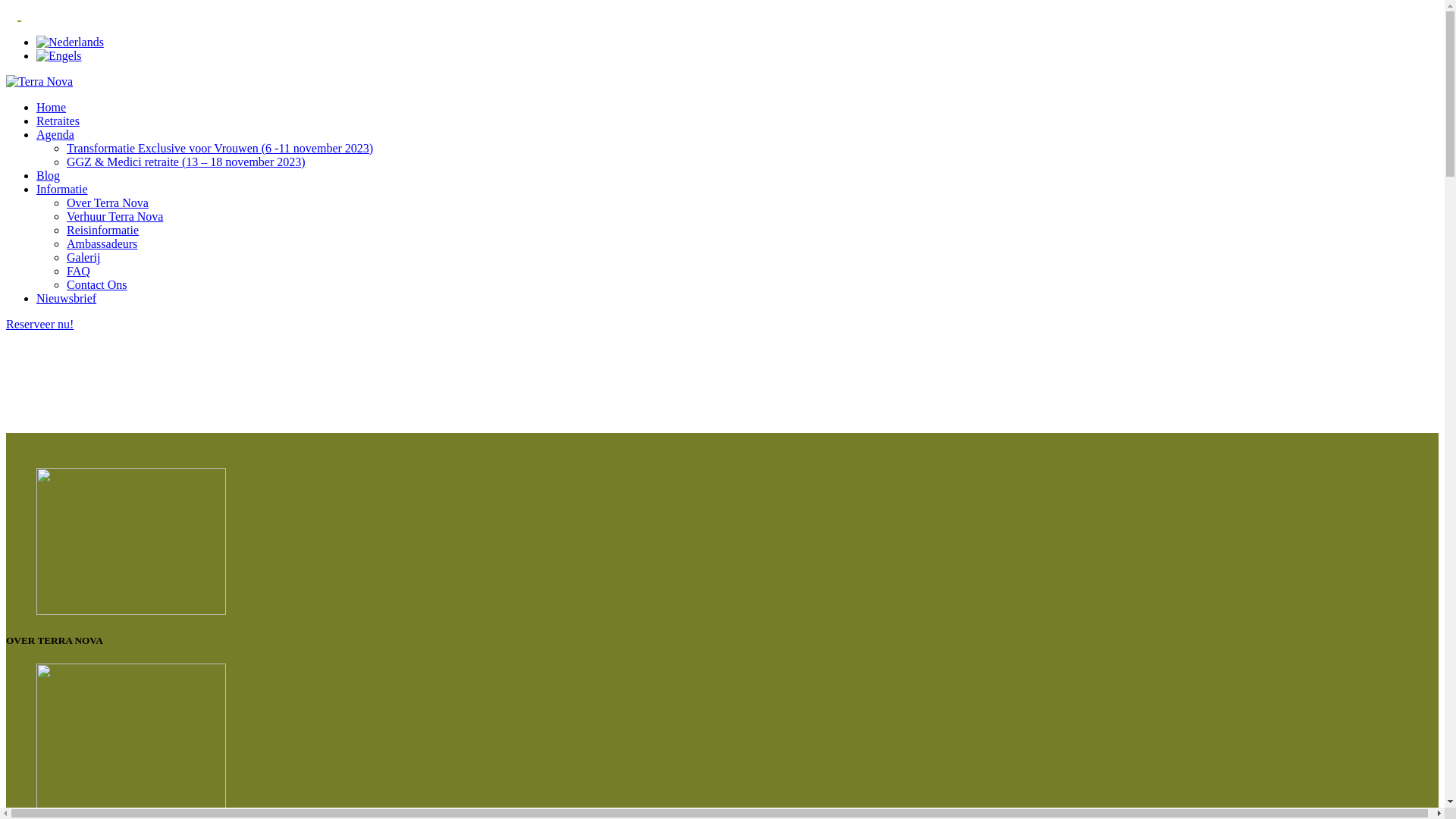  What do you see at coordinates (102, 230) in the screenshot?
I see `'Reisinformatie'` at bounding box center [102, 230].